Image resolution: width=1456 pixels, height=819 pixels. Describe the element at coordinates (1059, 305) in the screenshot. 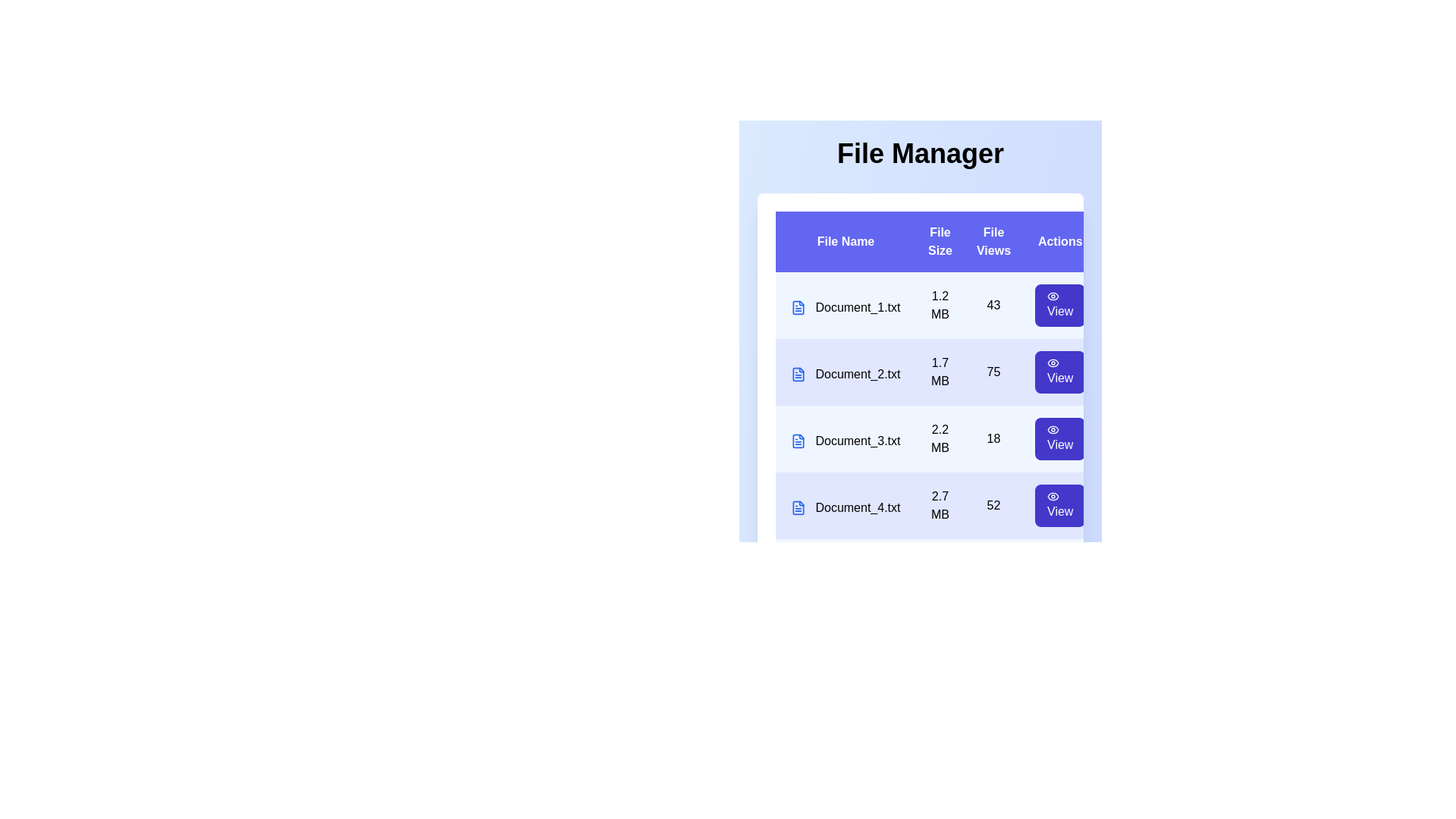

I see `the 'View' button corresponding to the file with name Document_1.txt` at that location.